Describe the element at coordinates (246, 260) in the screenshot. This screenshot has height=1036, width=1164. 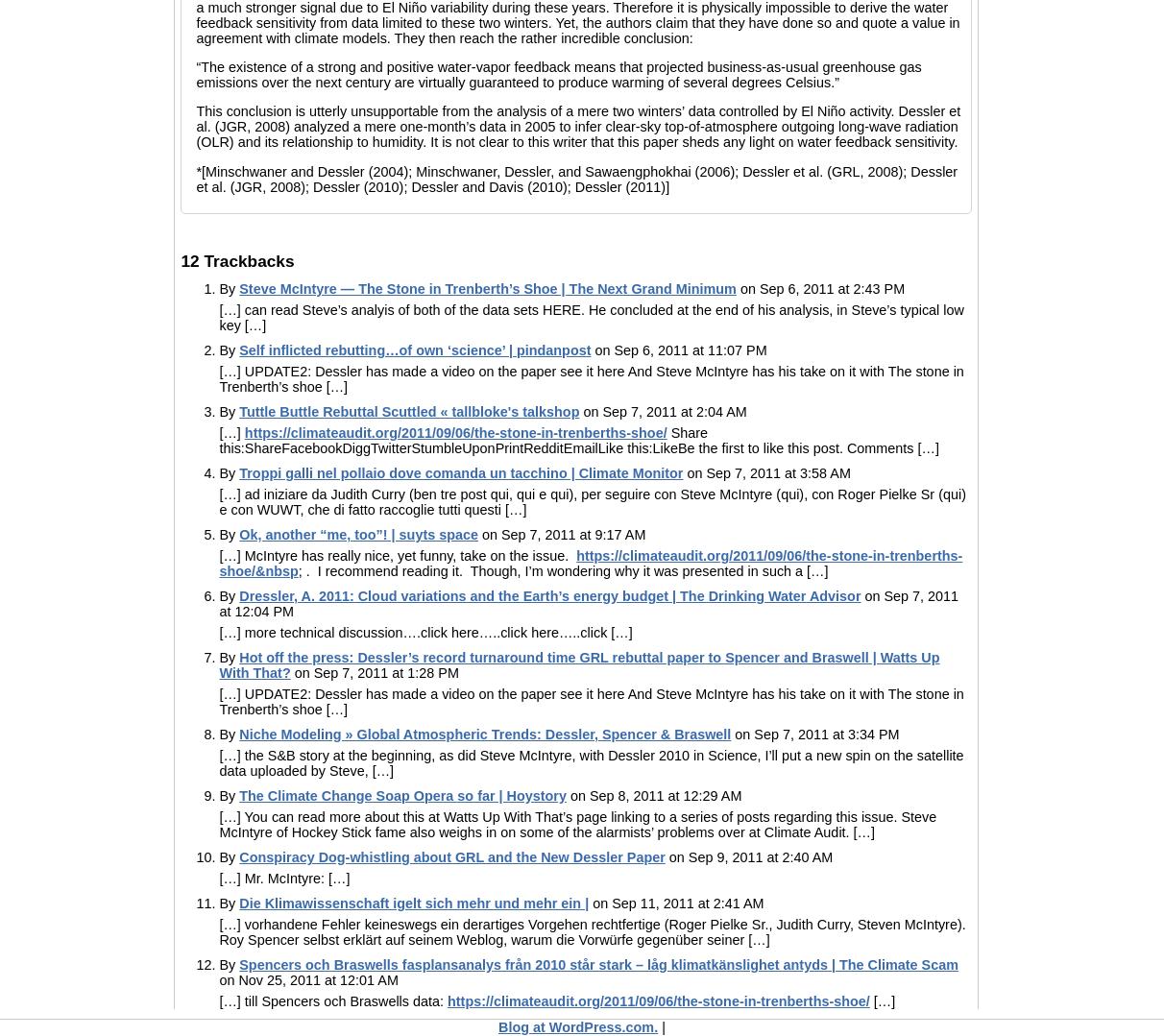
I see `'Trackbacks'` at that location.